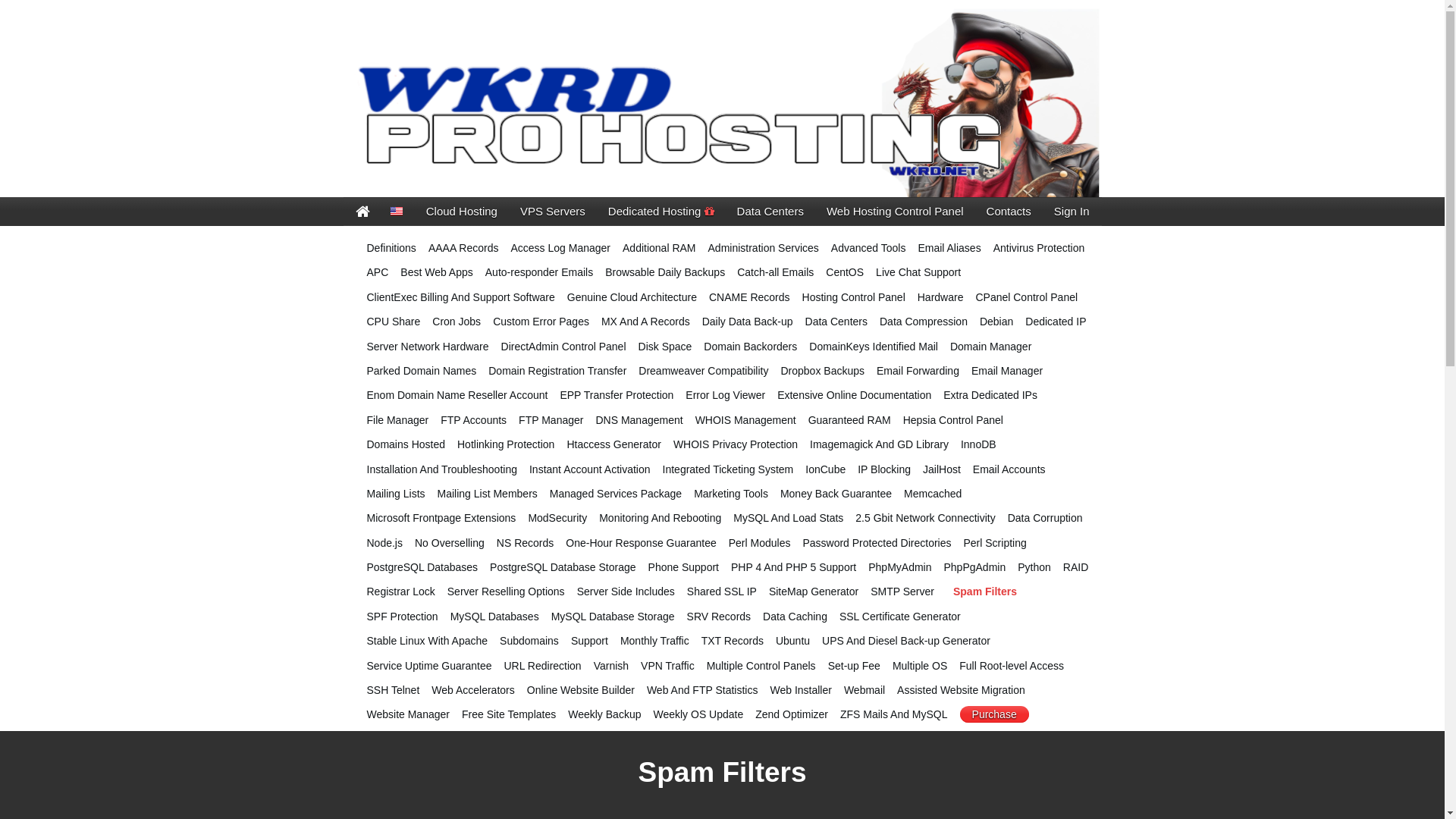 The image size is (1456, 819). Describe the element at coordinates (693, 494) in the screenshot. I see `'Marketing Tools'` at that location.